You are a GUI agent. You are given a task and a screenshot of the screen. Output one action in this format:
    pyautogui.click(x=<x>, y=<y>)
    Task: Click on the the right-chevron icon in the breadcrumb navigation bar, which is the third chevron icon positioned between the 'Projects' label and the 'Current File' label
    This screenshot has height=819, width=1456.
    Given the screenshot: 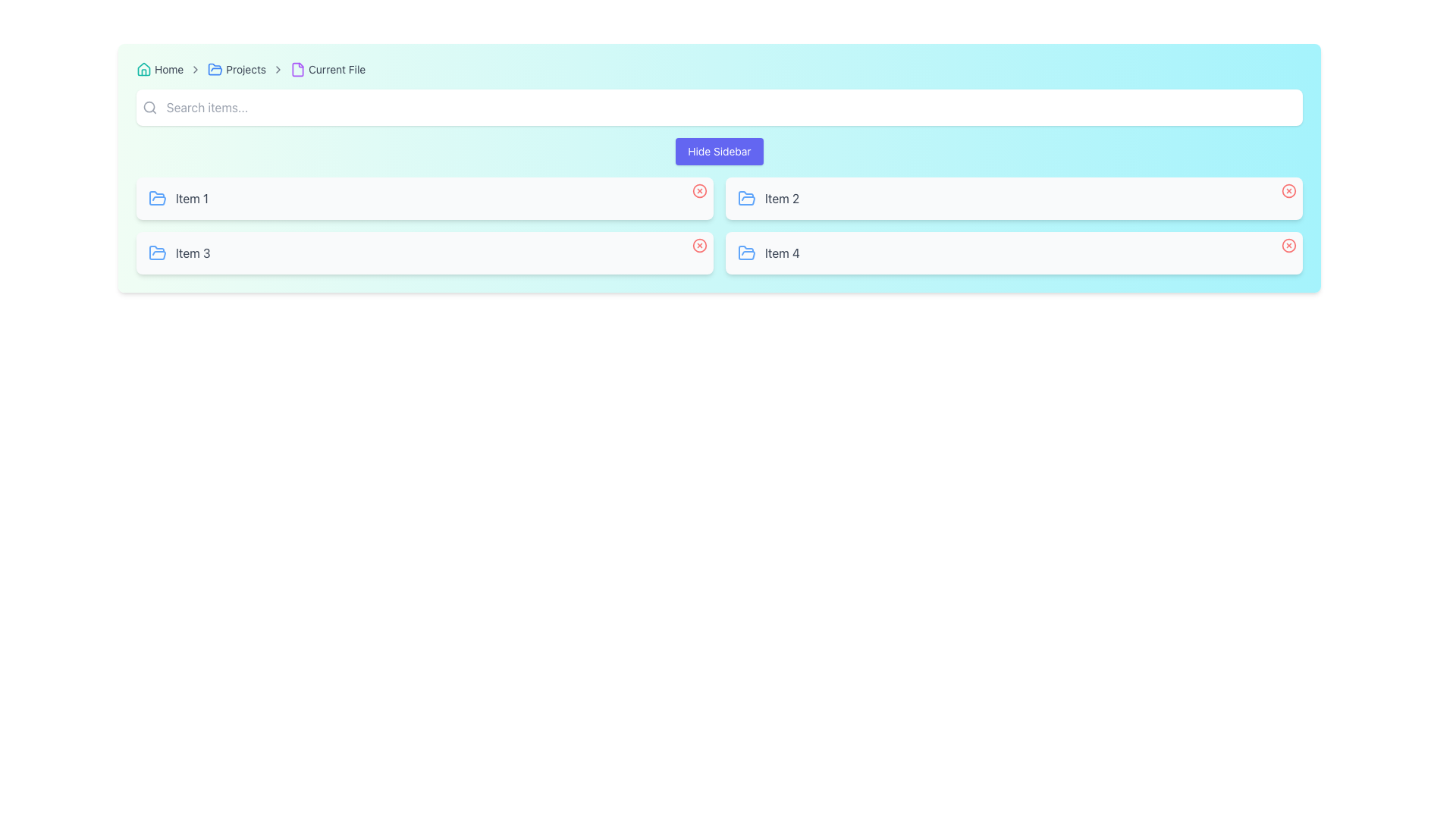 What is the action you would take?
    pyautogui.click(x=278, y=70)
    